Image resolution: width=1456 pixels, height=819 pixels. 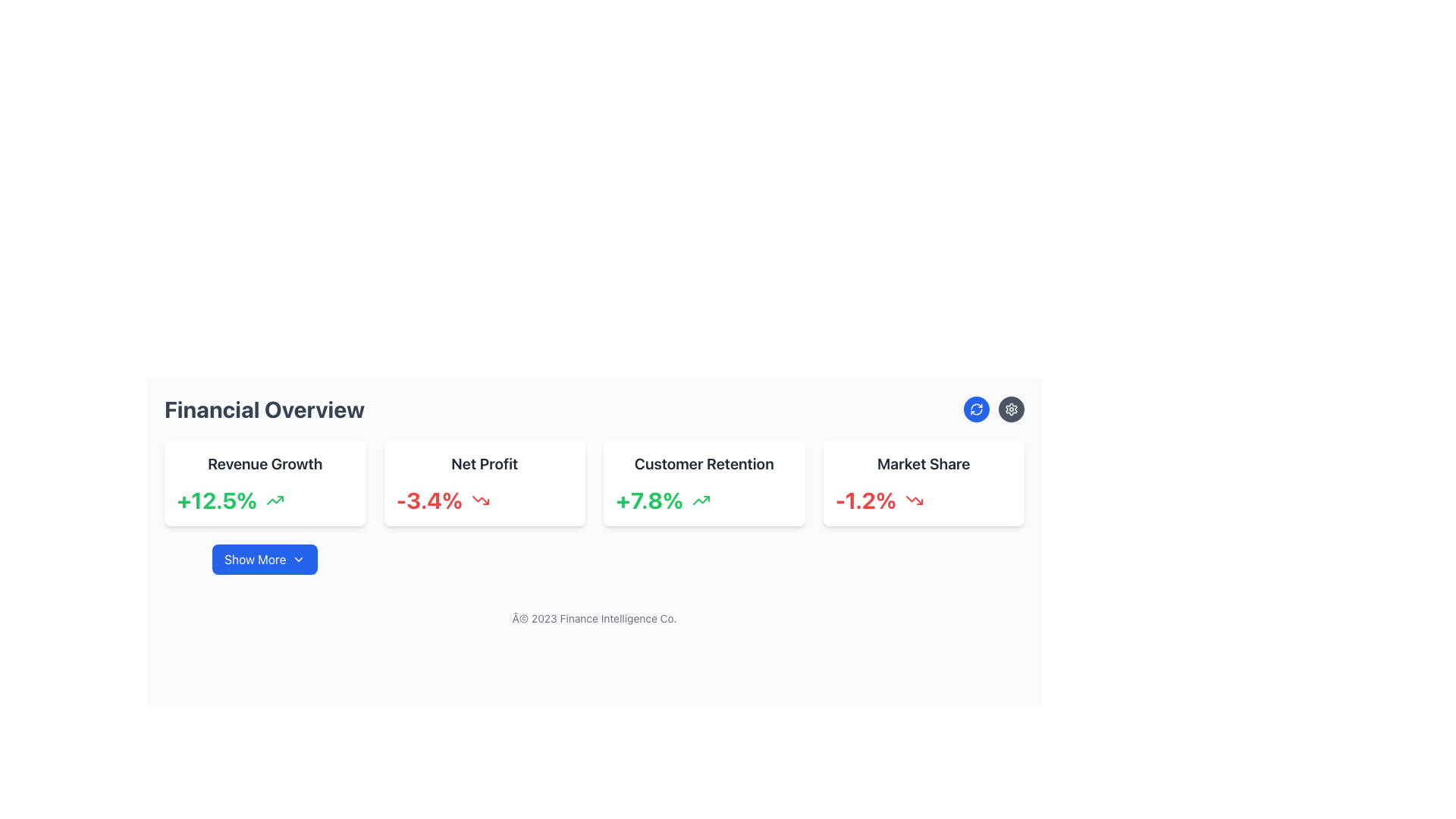 I want to click on the displayed information on the data display card that shows 'Market Share' with a value of '-1.2%' in red color, located in the Financial Overview section, so click(x=923, y=483).